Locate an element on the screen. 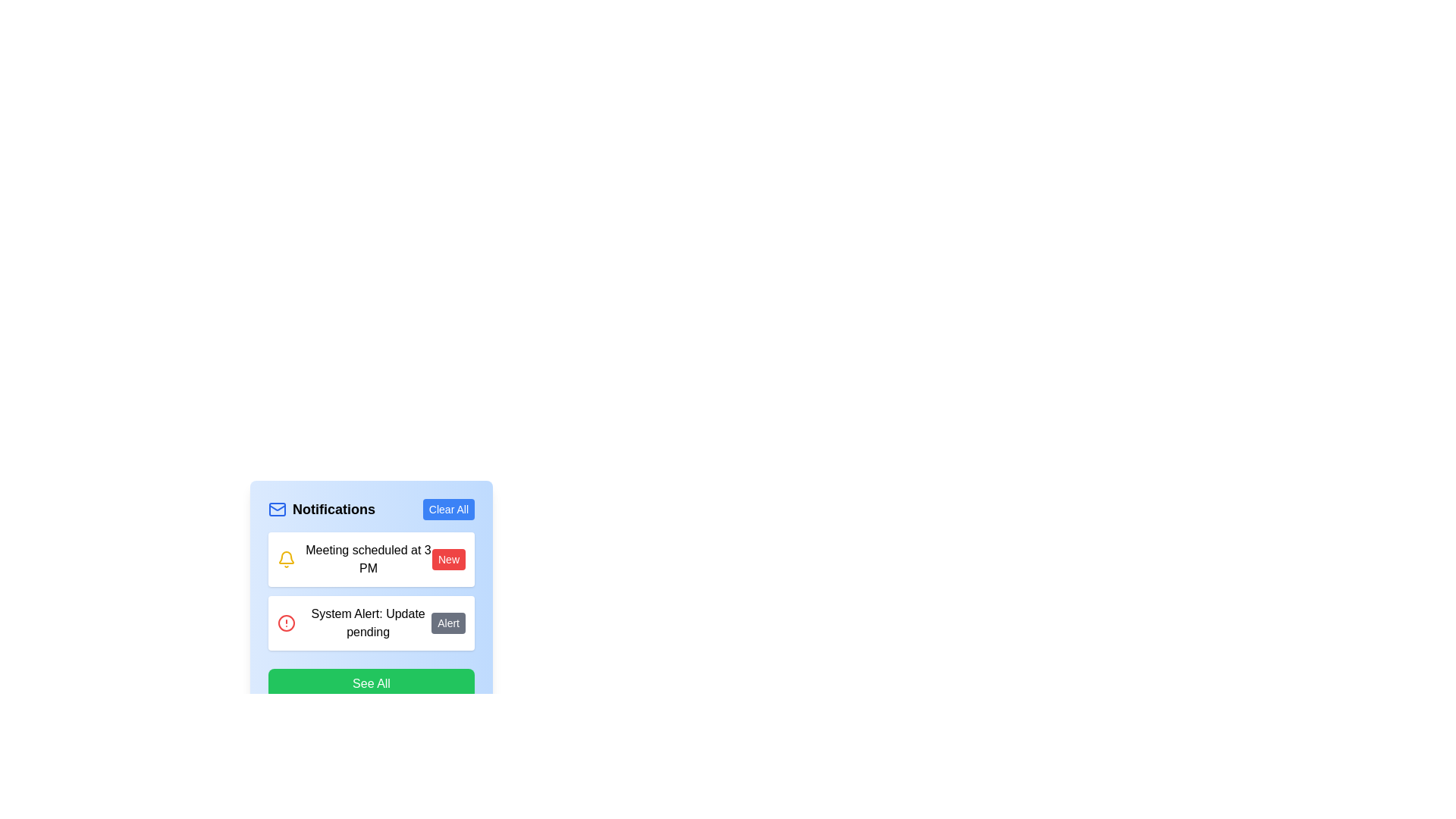 This screenshot has width=1456, height=819. the text display that informs the user about a pending system update, which is located in the second row of notifications, between 'Meeting scheduled at 3 PM' and 'See All' is located at coordinates (368, 623).